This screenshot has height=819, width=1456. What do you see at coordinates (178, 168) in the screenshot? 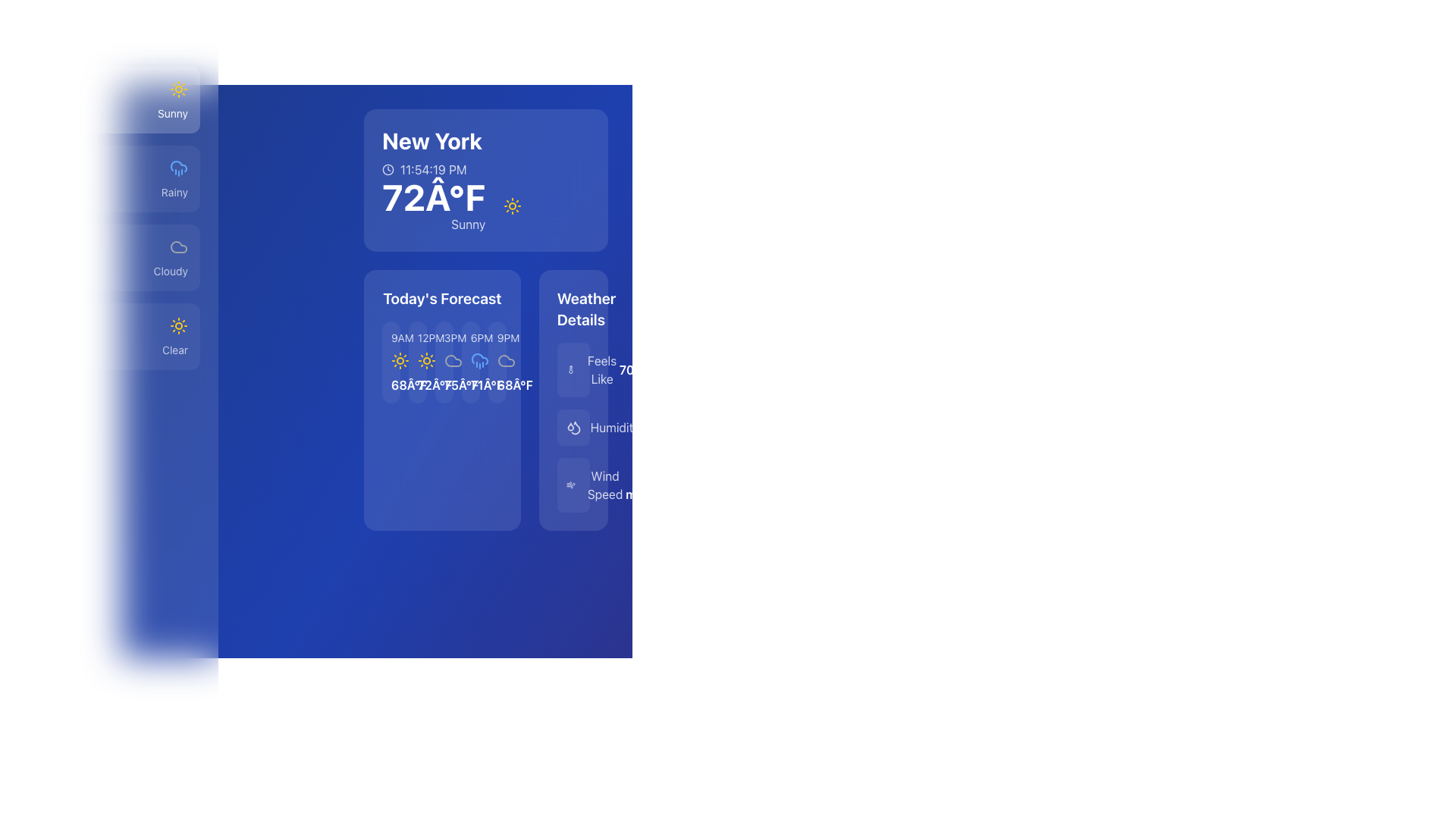
I see `the 'Rainy' weather icon located` at bounding box center [178, 168].